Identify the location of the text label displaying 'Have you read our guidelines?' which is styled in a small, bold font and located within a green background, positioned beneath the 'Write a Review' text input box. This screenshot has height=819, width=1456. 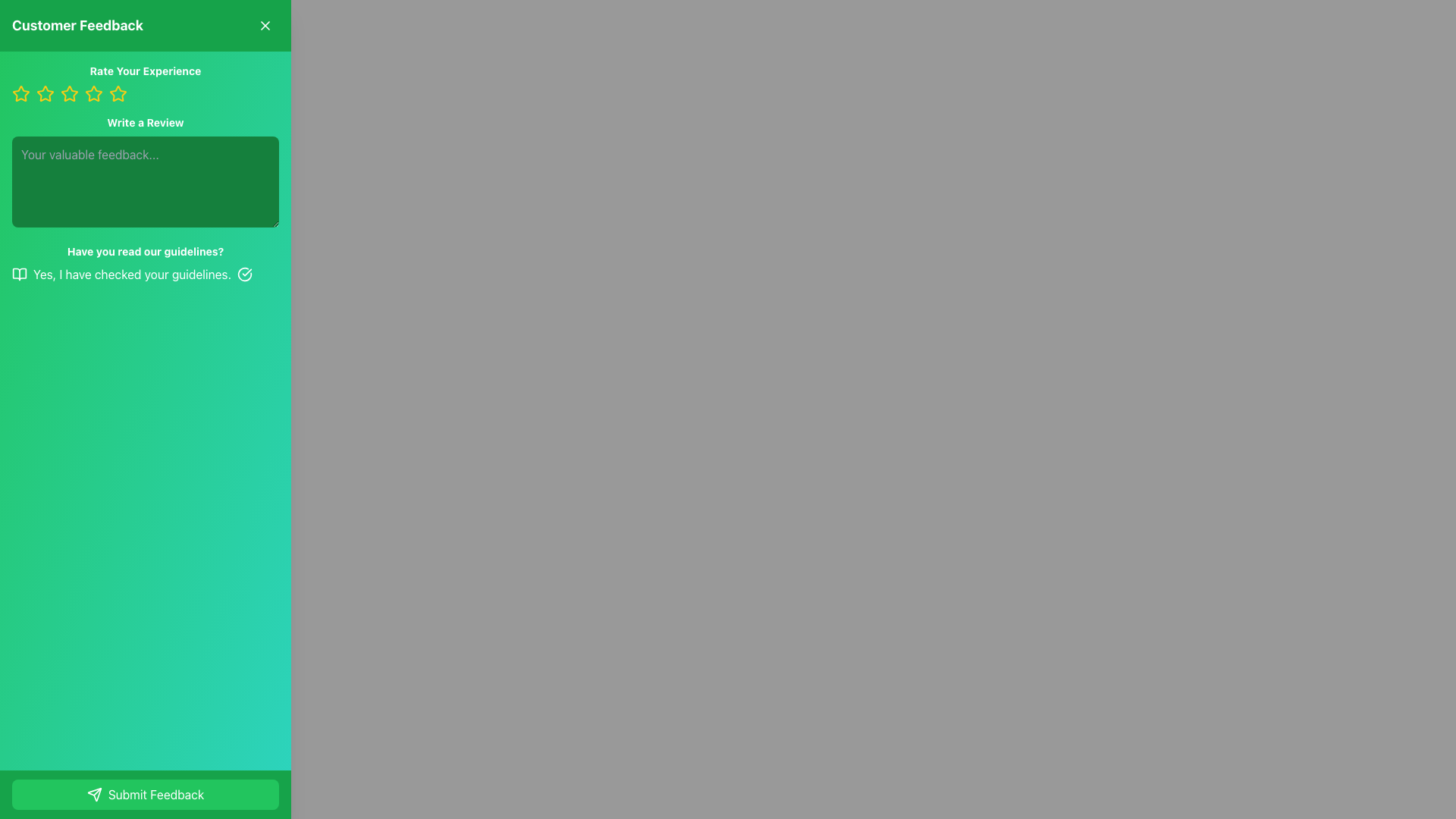
(146, 250).